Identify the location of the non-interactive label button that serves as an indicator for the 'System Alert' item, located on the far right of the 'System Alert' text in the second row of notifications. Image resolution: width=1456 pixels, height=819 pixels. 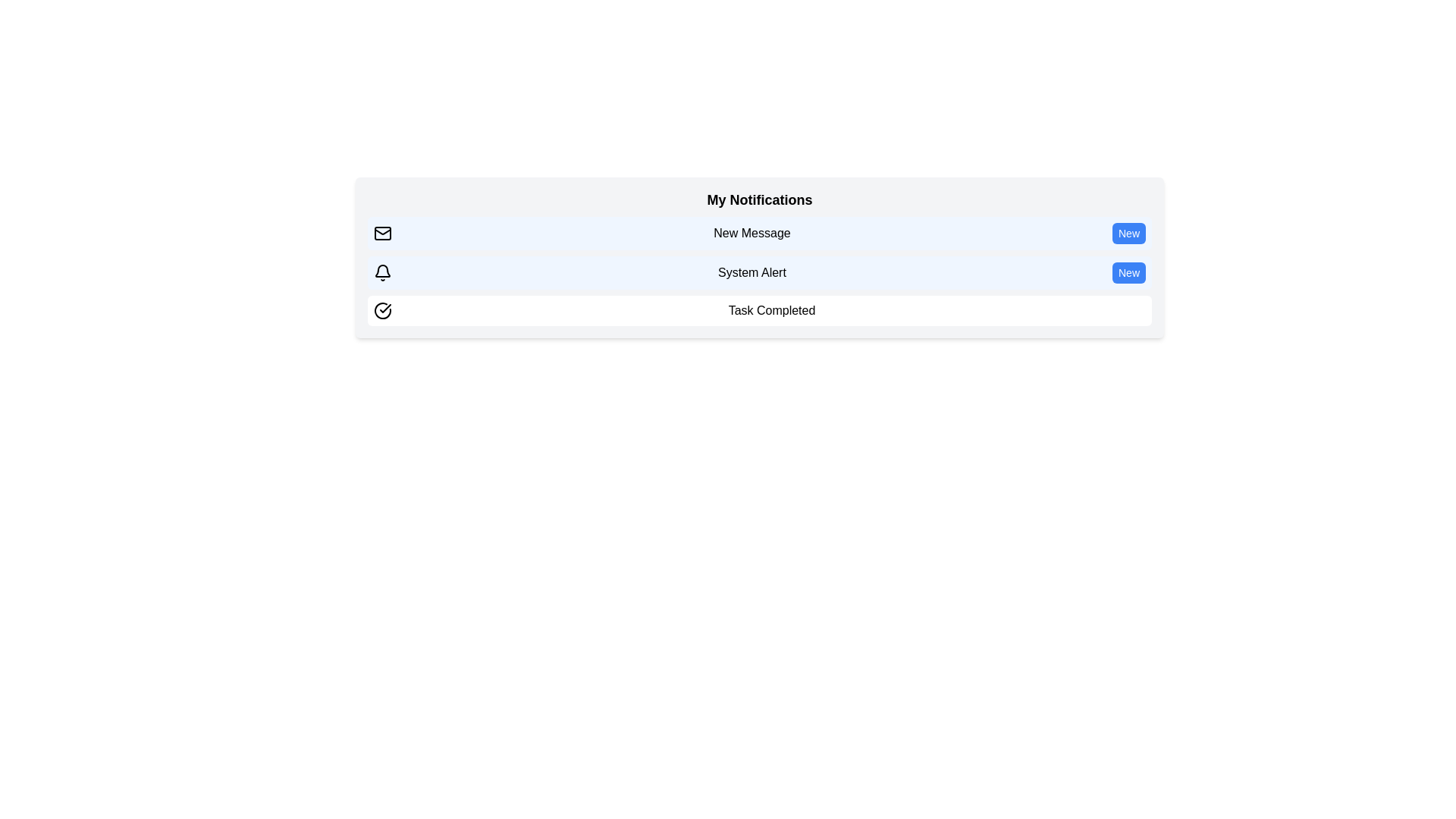
(1128, 271).